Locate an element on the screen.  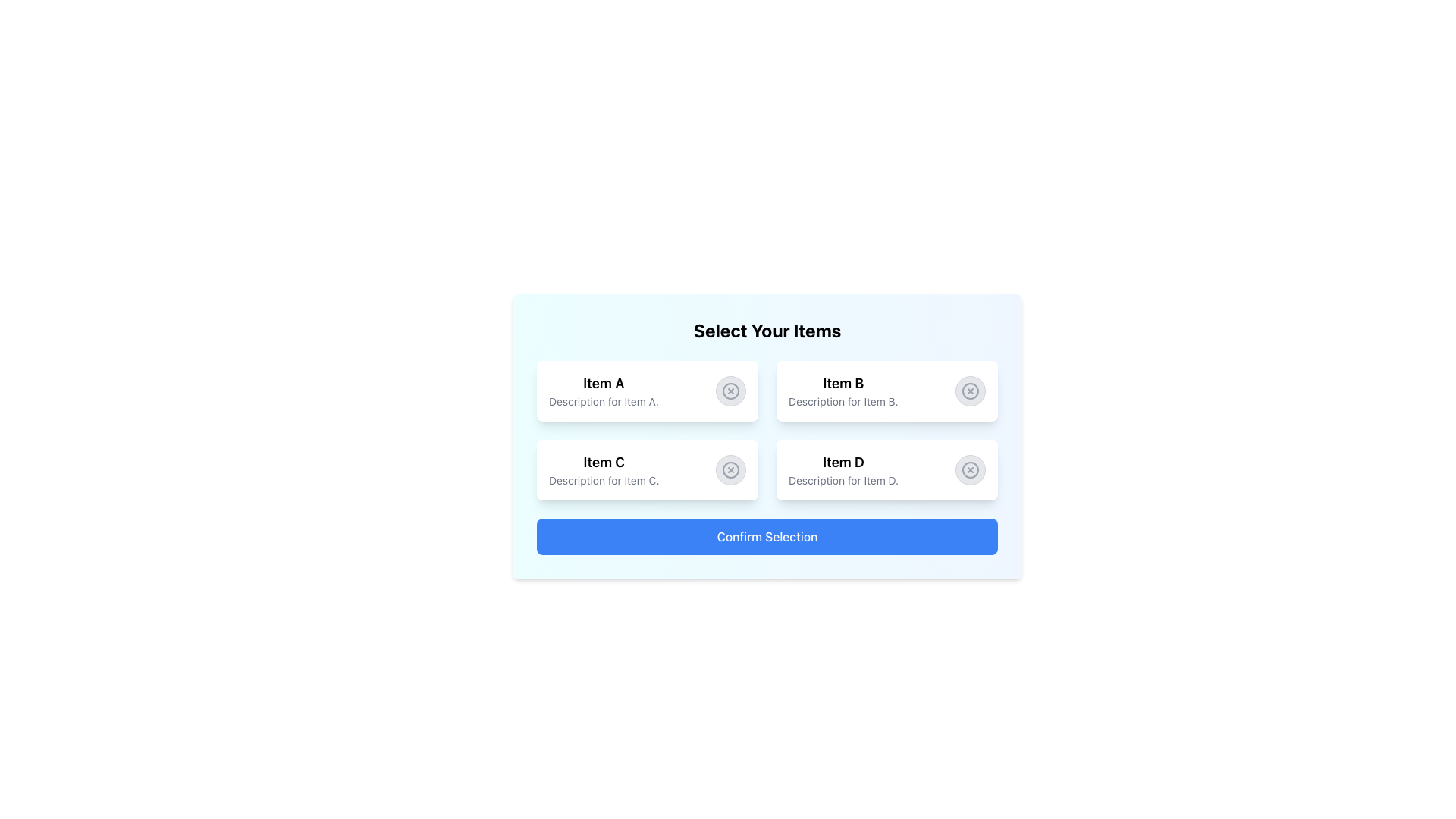
the circular gray button with an 'X' icon located to the right of the 'Item C' card in the bottom-left segment of the grid layout is located at coordinates (731, 469).